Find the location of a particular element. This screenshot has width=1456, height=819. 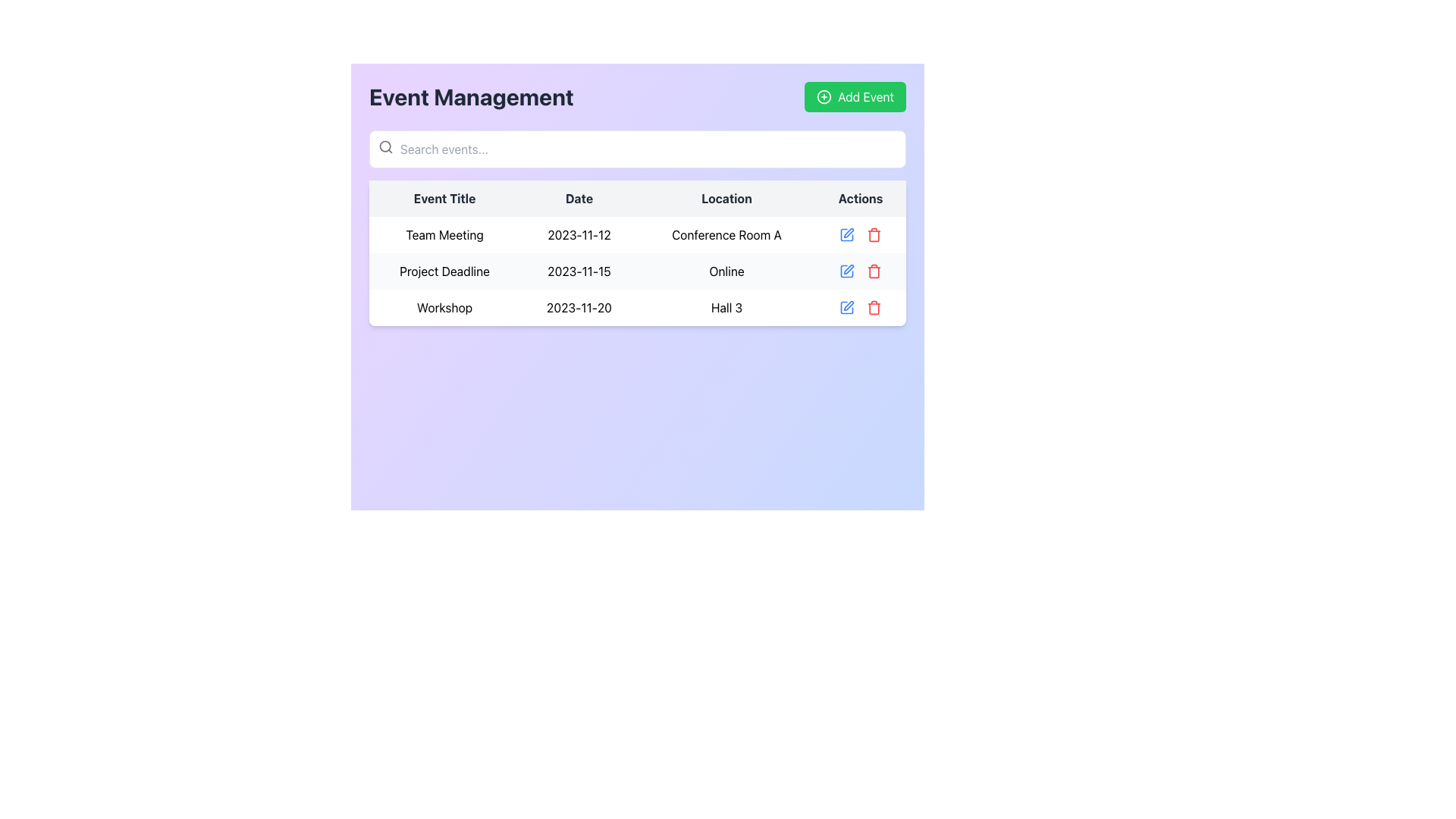

the 'Date' text label representing the 'Project Deadline' entry, which displays the date in 'YYYY-MM-DD' format, located between the 'Project Deadline' and 'Online' text labels in the second row of the table is located at coordinates (578, 271).